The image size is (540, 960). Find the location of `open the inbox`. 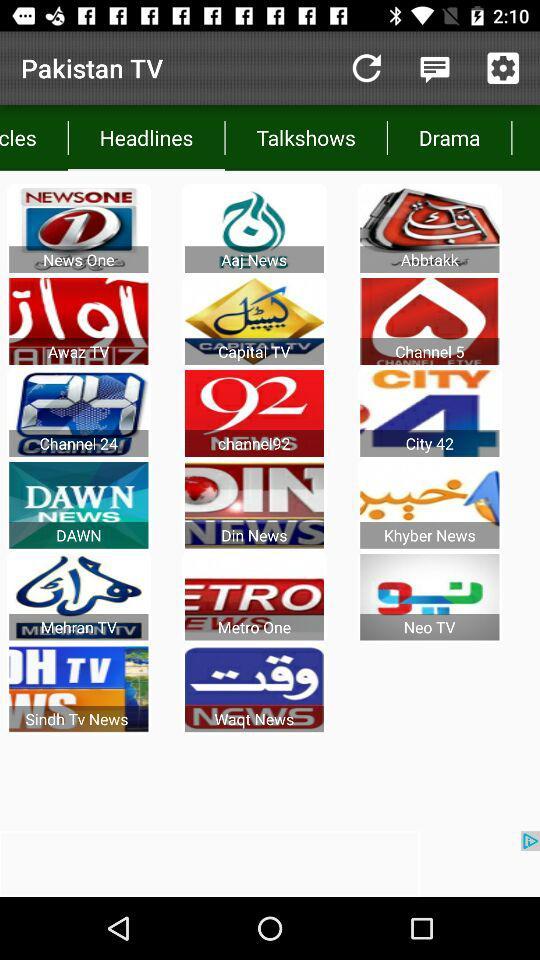

open the inbox is located at coordinates (434, 68).